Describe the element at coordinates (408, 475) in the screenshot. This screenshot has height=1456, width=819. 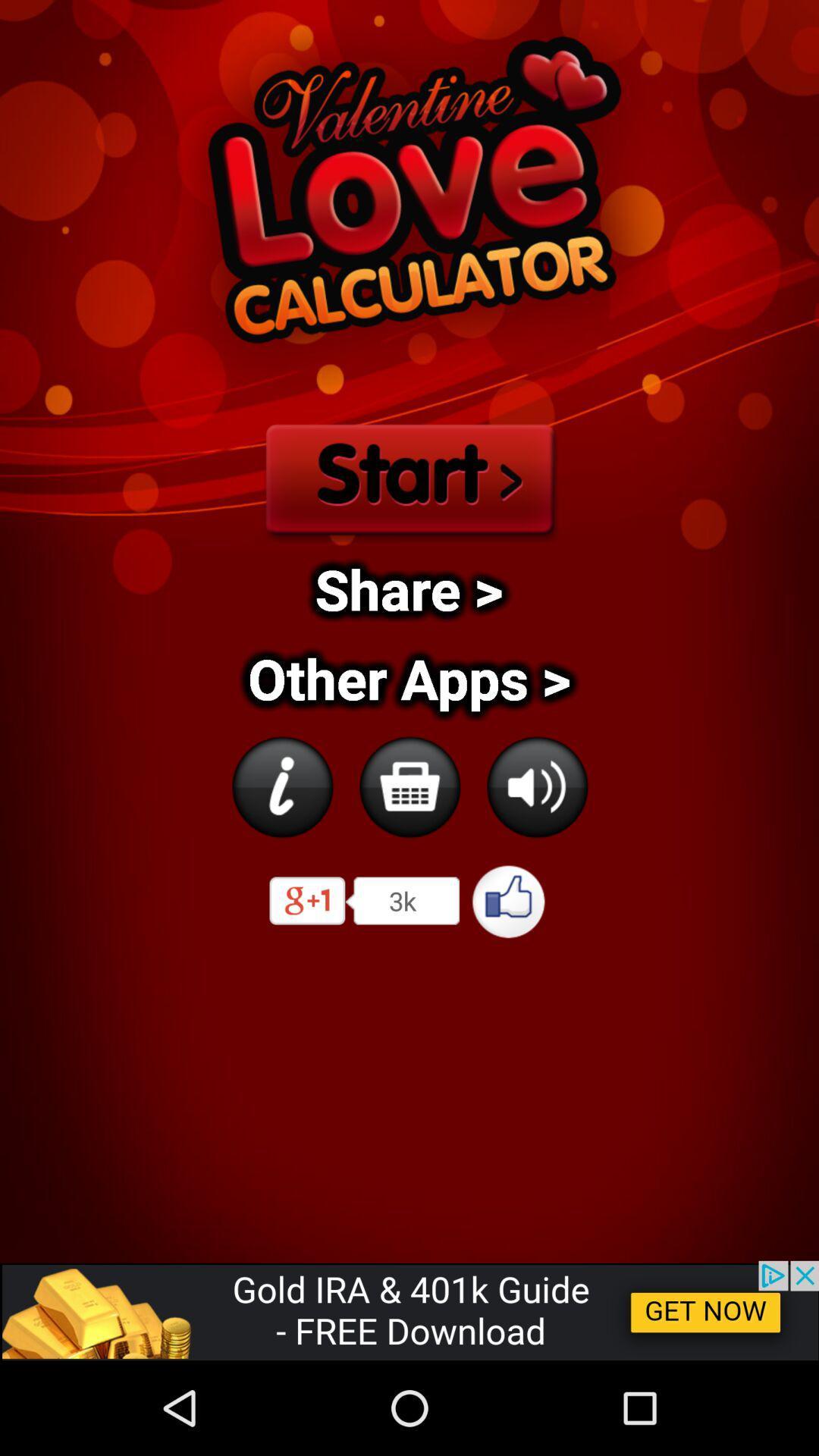
I see `start button` at that location.